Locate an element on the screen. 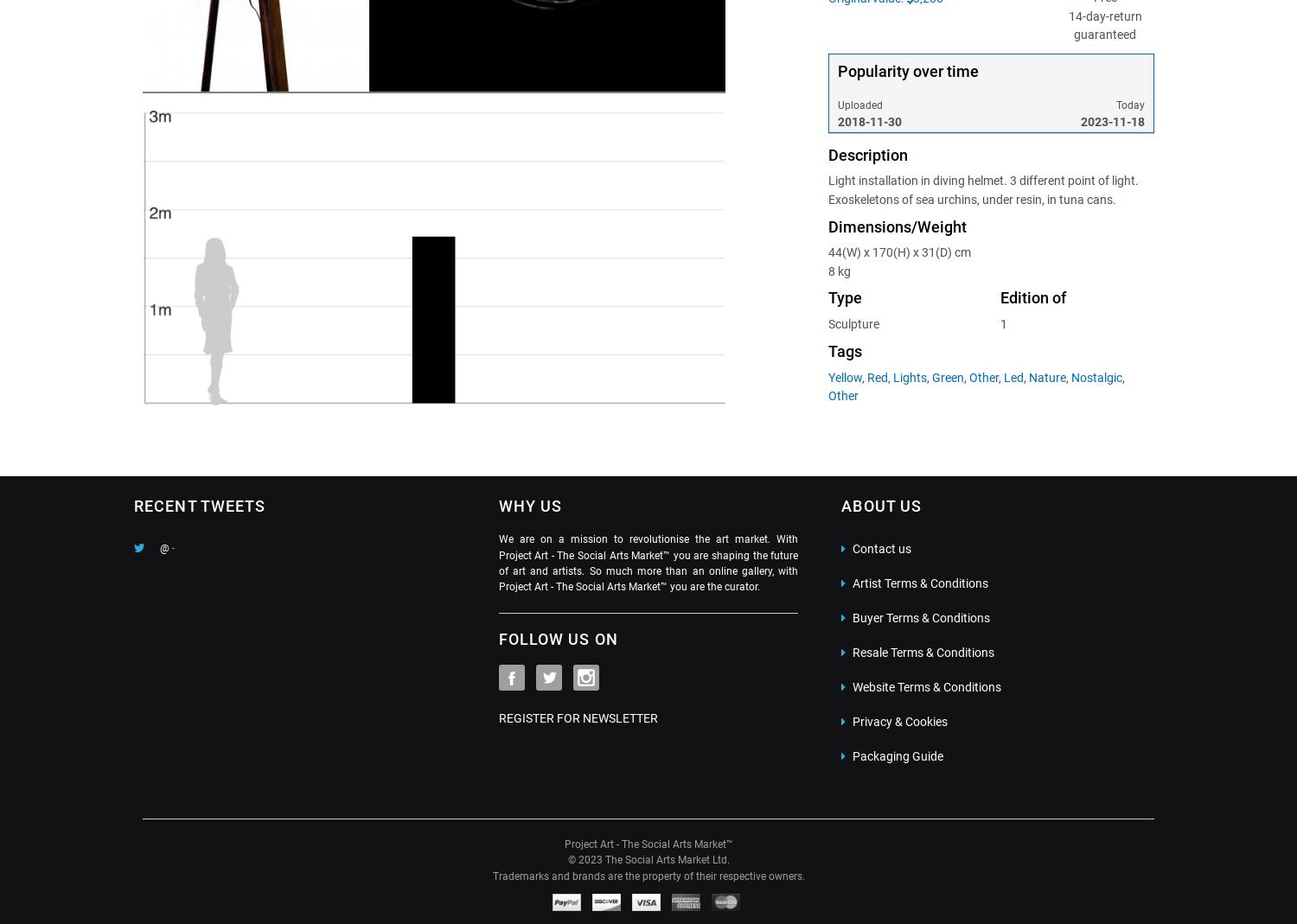  'ABOUT US' is located at coordinates (840, 507).